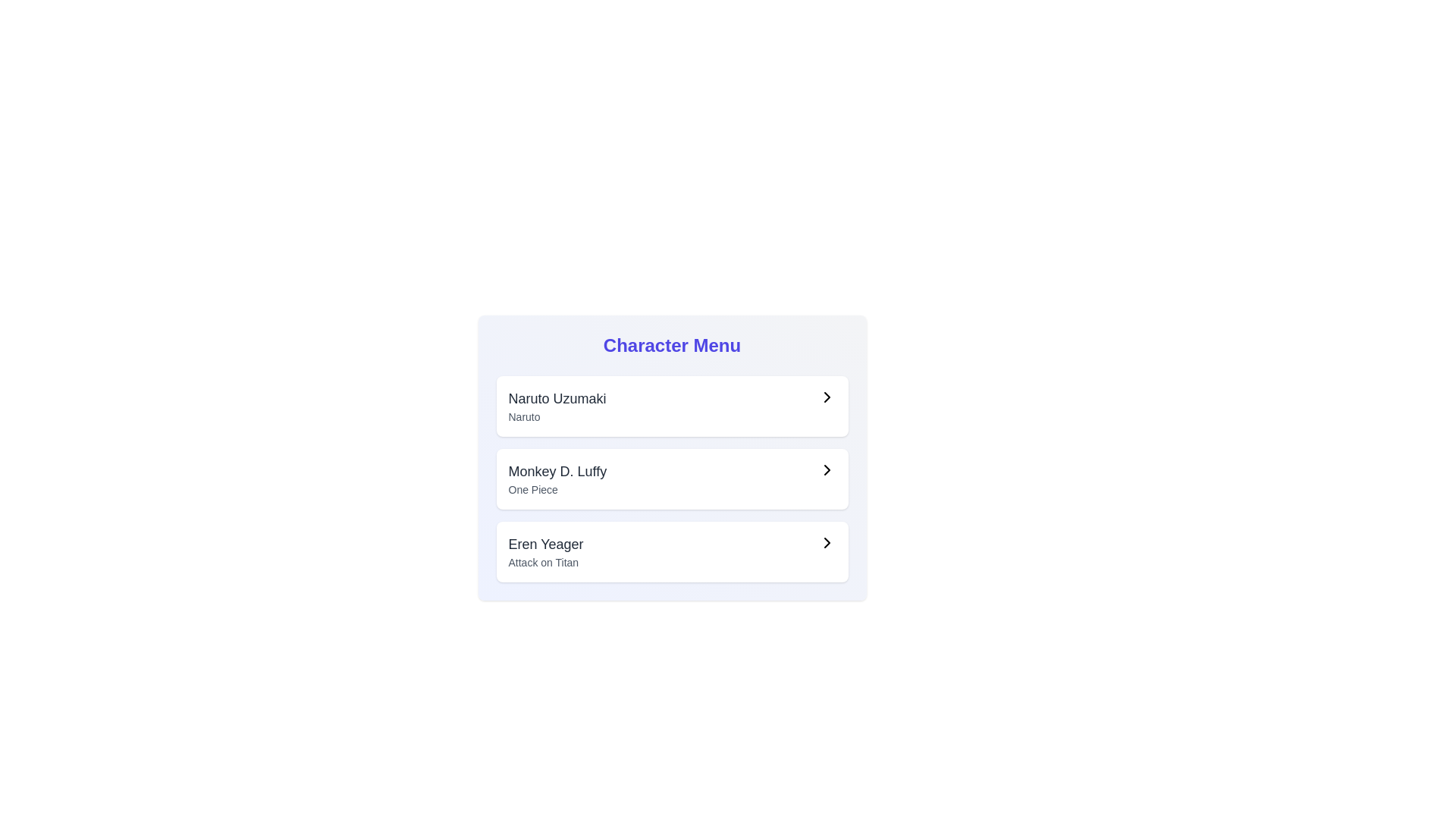 This screenshot has width=1456, height=819. Describe the element at coordinates (826, 397) in the screenshot. I see `the chevron icon on the right edge of the list item for 'Naruto Uzumaki'` at that location.